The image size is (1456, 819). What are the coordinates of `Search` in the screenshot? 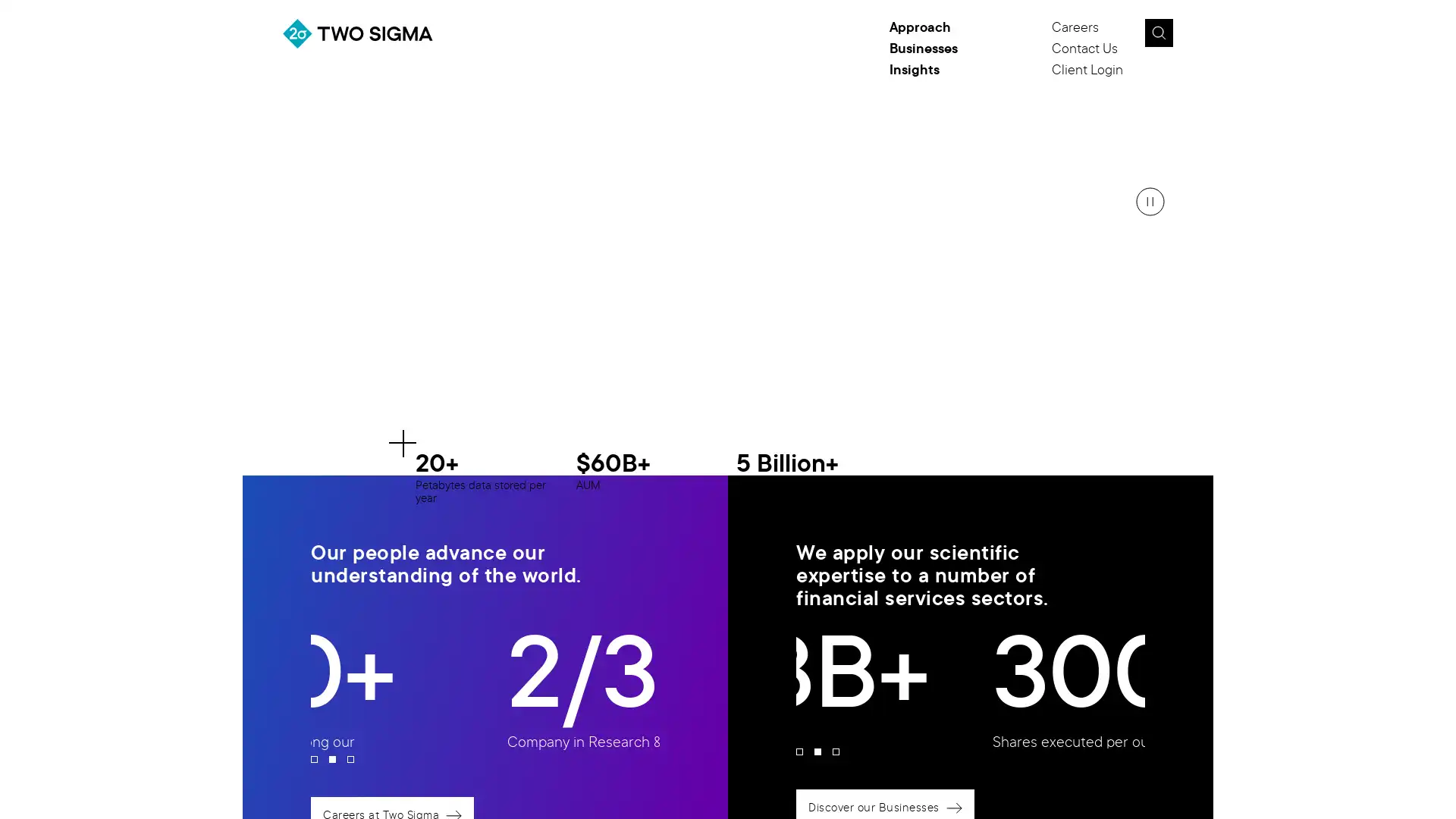 It's located at (1157, 33).